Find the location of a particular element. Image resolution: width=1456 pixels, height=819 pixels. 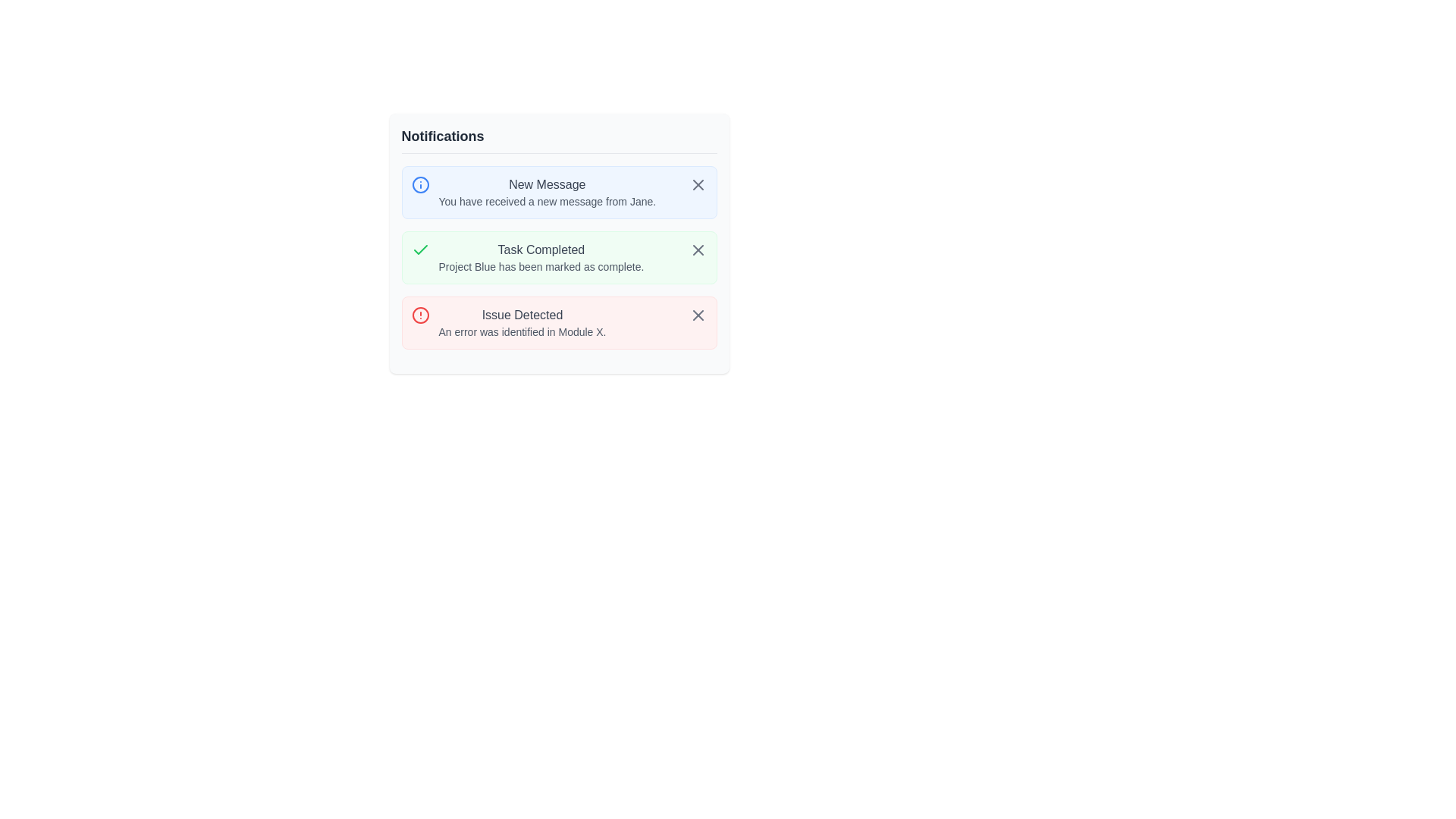

the 'New Message' text element is located at coordinates (546, 184).